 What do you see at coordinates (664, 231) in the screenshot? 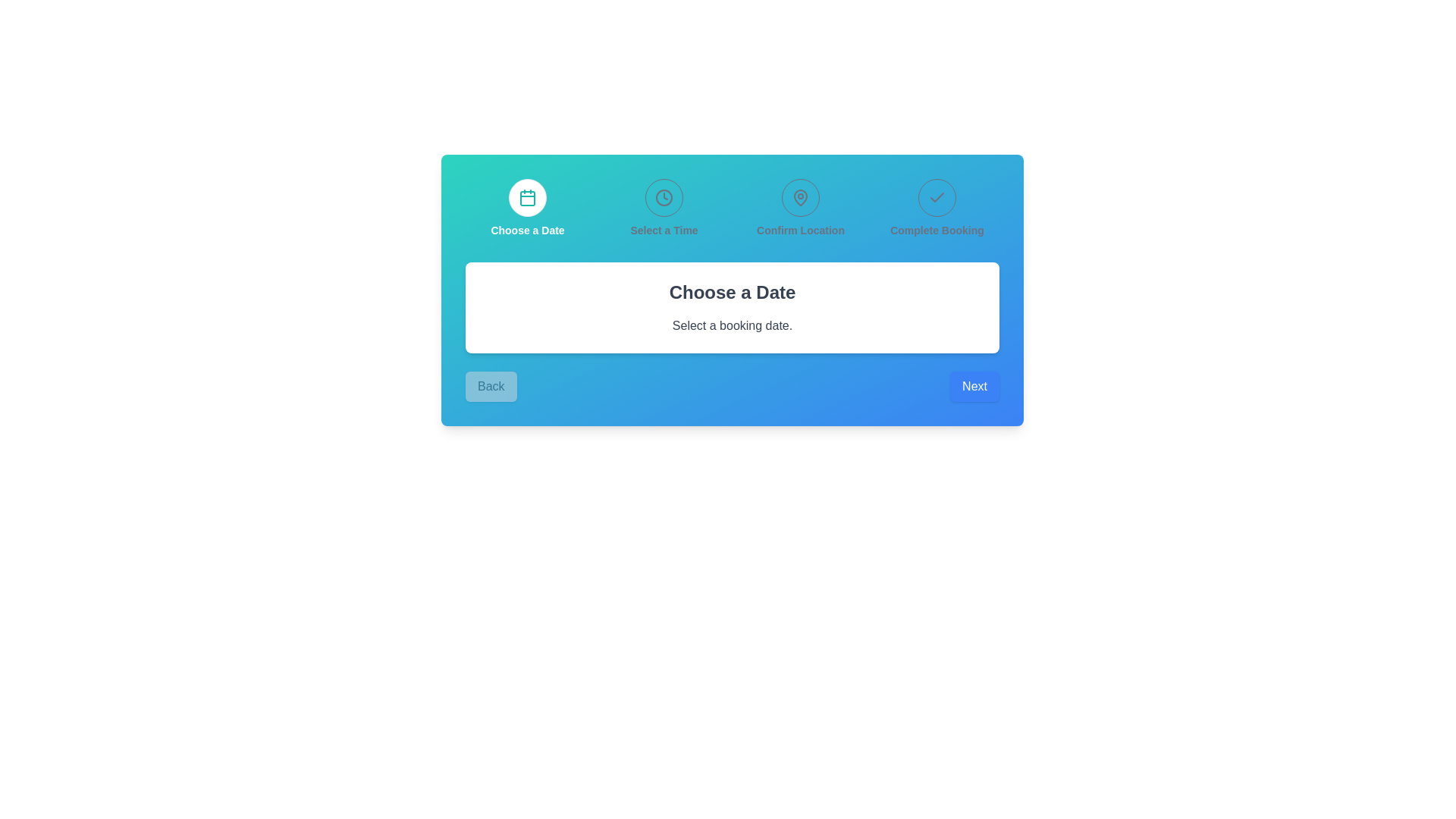
I see `the 'Select a Time' text label, which is styled in a bold gray font and positioned below the clock icon in the multi-step process interface` at bounding box center [664, 231].